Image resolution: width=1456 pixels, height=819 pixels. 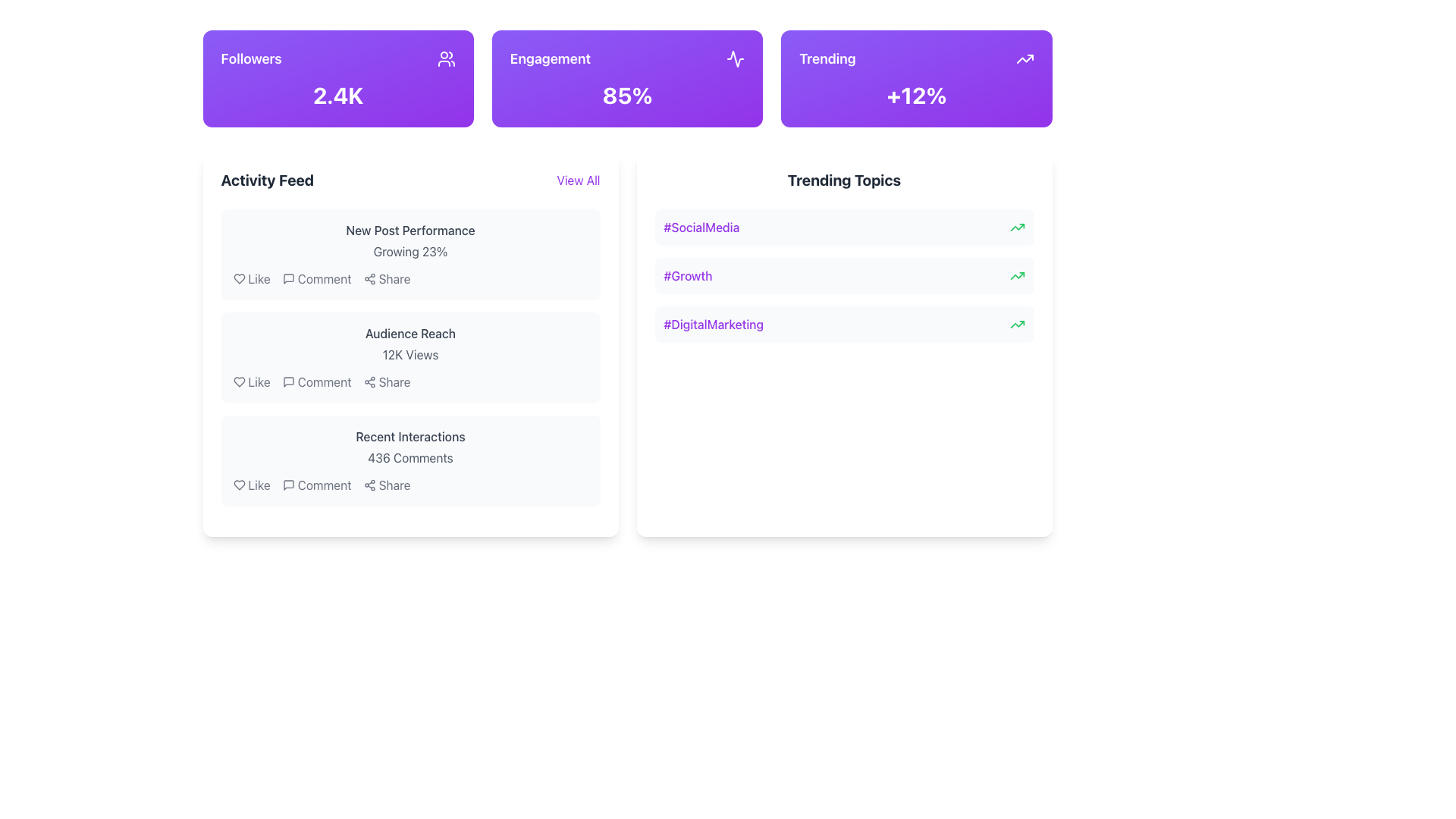 I want to click on the upward trend icon, which is a small jagged line styled in green, located within the purple card labeled 'Trending', so click(x=1017, y=275).